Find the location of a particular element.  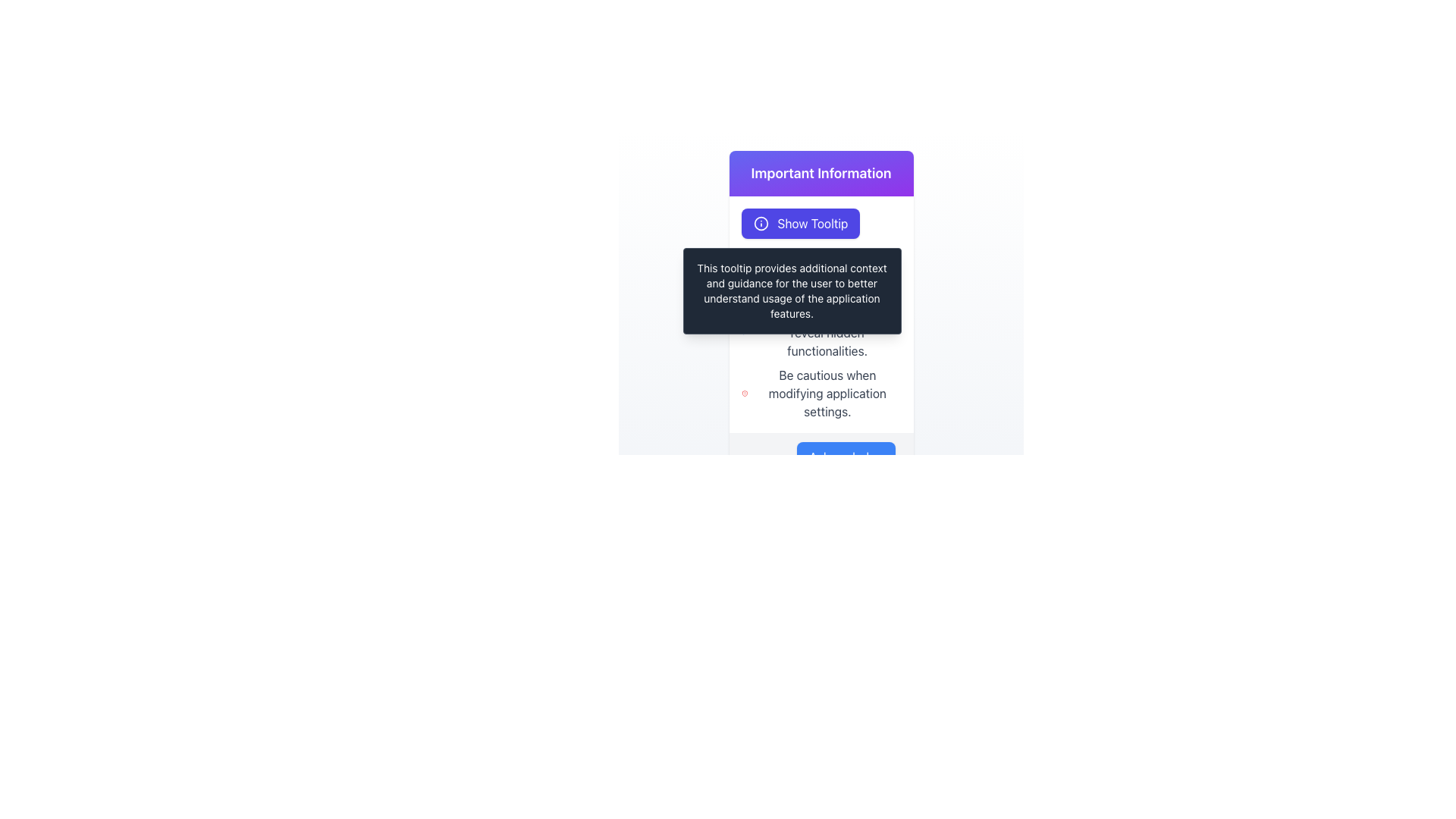

the main interactive button located below the 'Important Information' section is located at coordinates (800, 223).